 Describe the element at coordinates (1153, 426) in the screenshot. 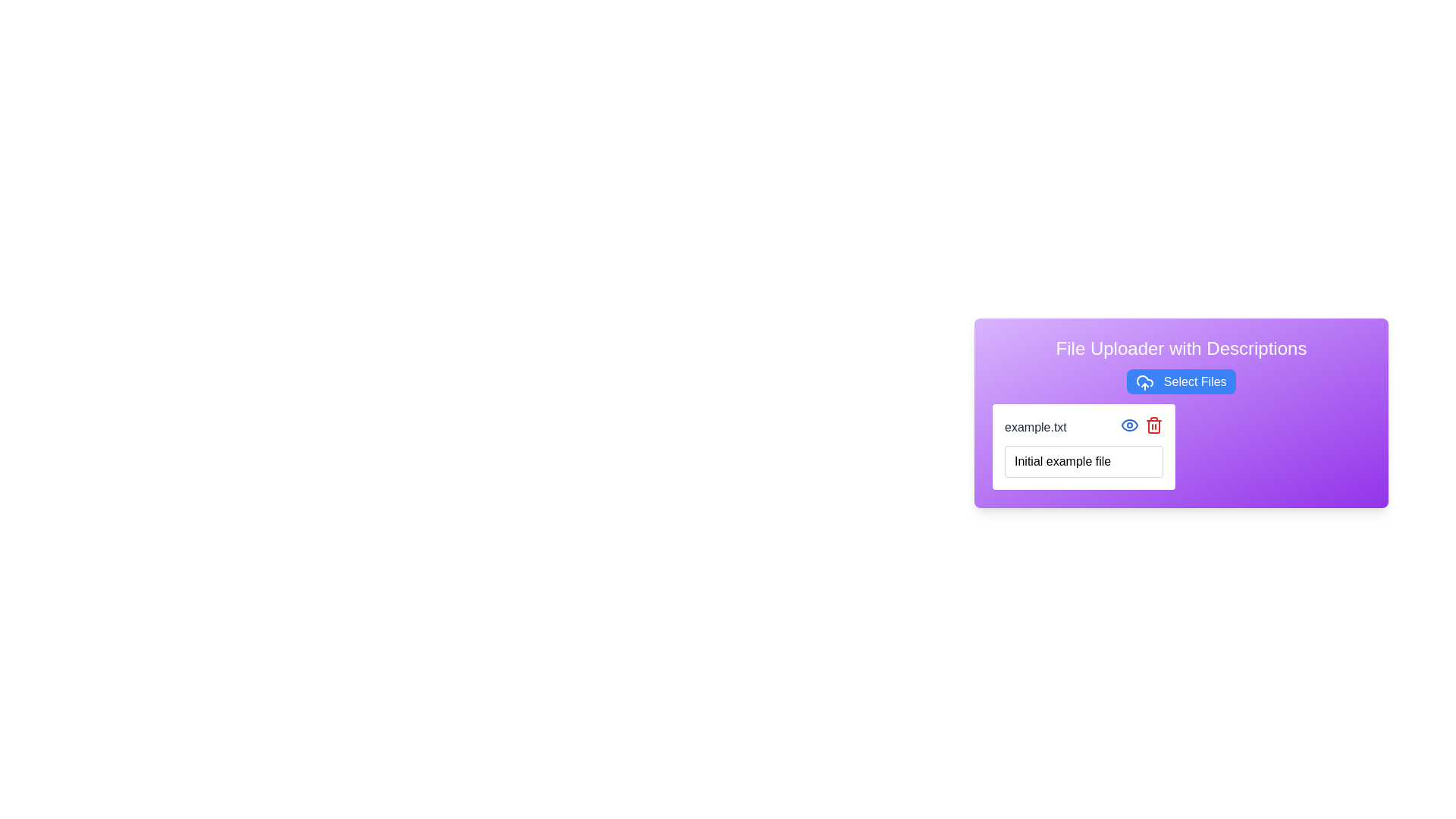

I see `the body of the trash bin icon, which is outlined and styled with thin lines, located next to the 'example.txt' file name, to initiate the delete action` at that location.